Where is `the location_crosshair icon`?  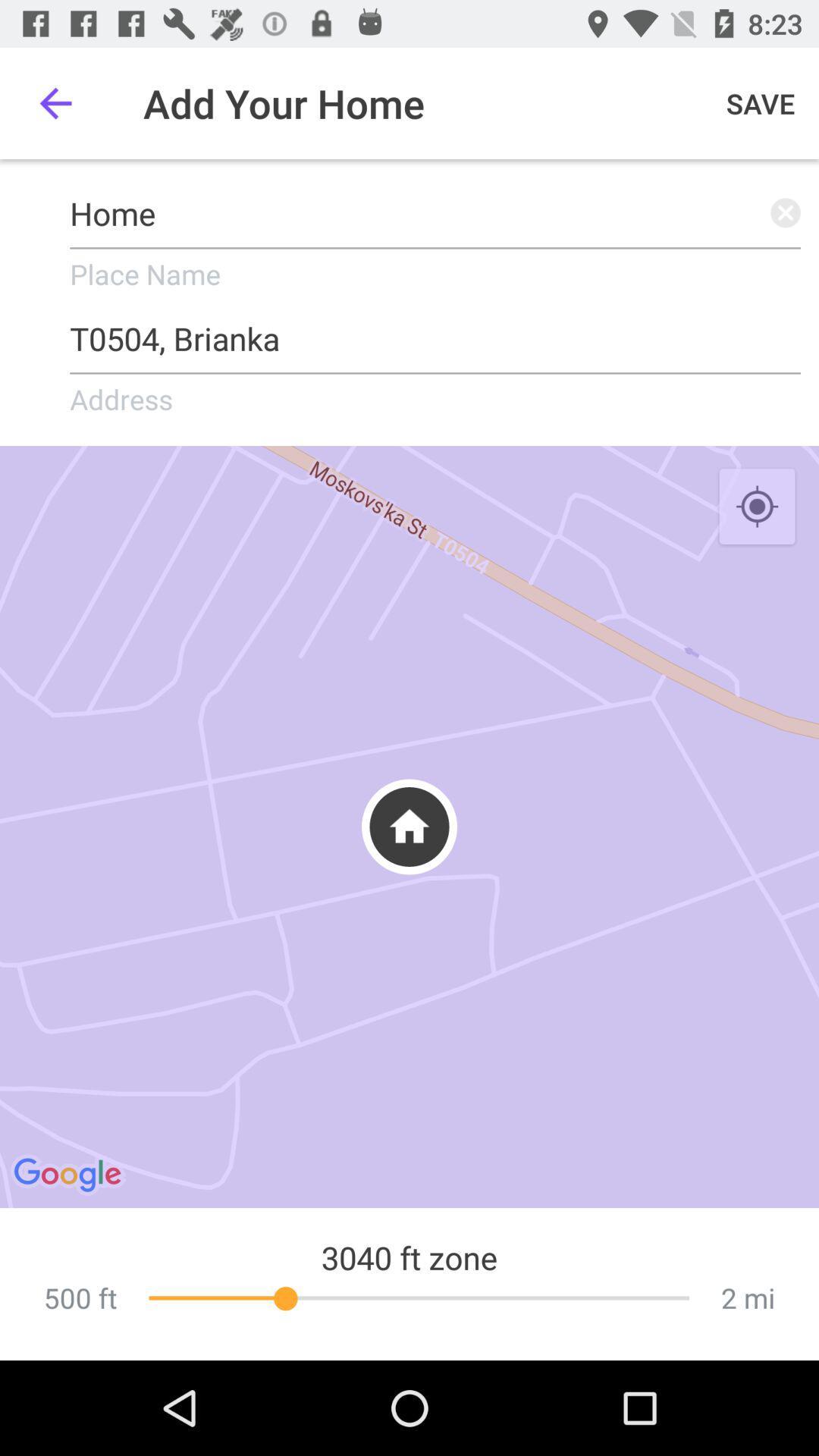
the location_crosshair icon is located at coordinates (757, 507).